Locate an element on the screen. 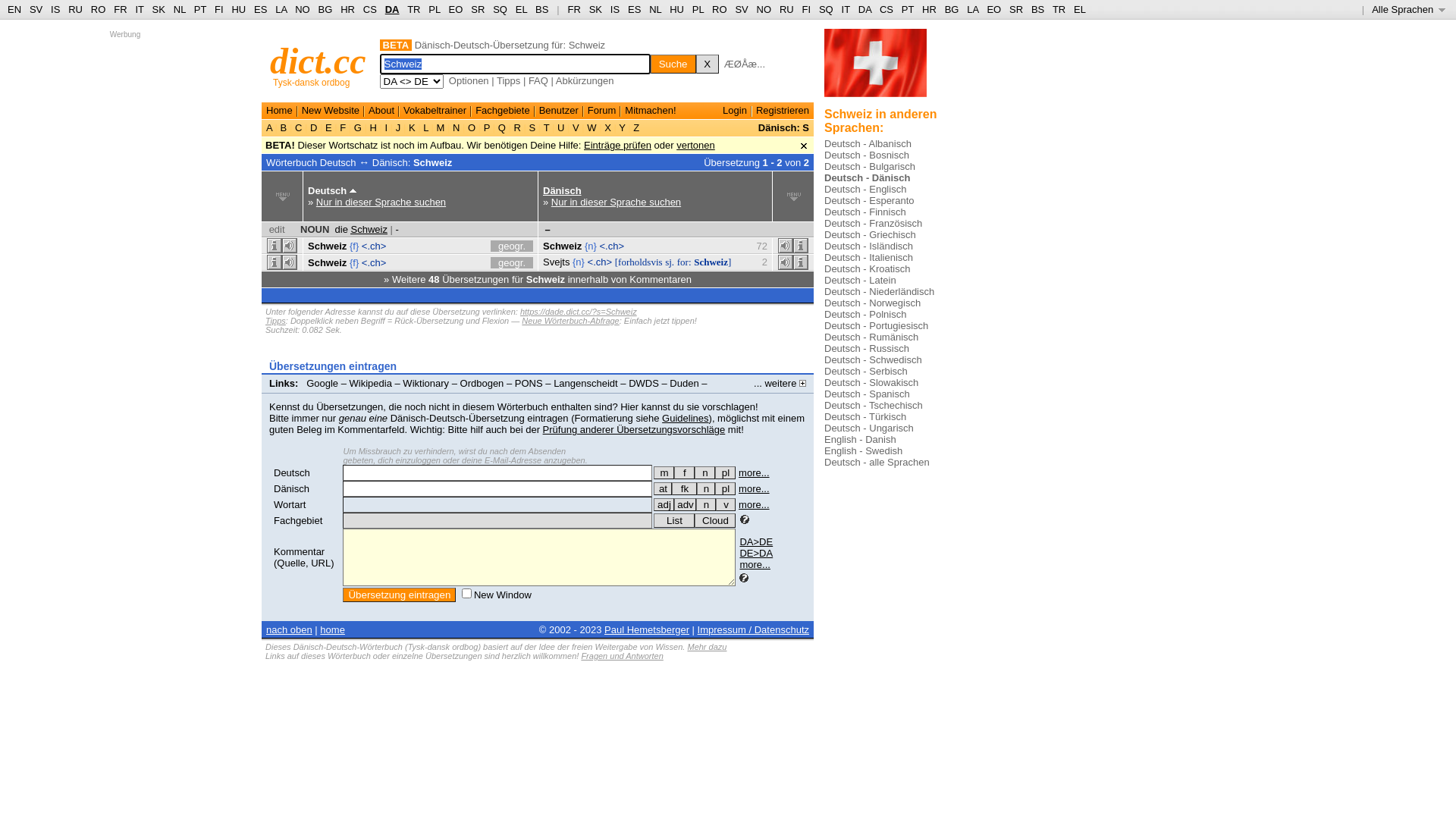  'V' is located at coordinates (574, 127).